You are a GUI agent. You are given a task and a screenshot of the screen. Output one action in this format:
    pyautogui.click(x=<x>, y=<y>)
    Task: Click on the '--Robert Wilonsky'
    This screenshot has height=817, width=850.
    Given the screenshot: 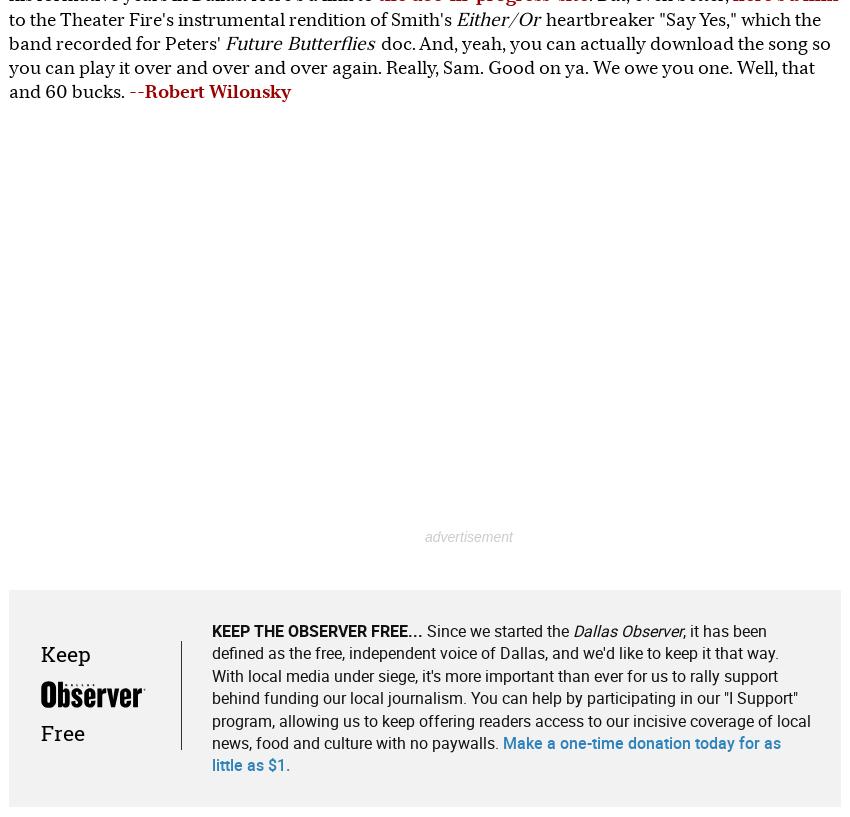 What is the action you would take?
    pyautogui.click(x=209, y=91)
    